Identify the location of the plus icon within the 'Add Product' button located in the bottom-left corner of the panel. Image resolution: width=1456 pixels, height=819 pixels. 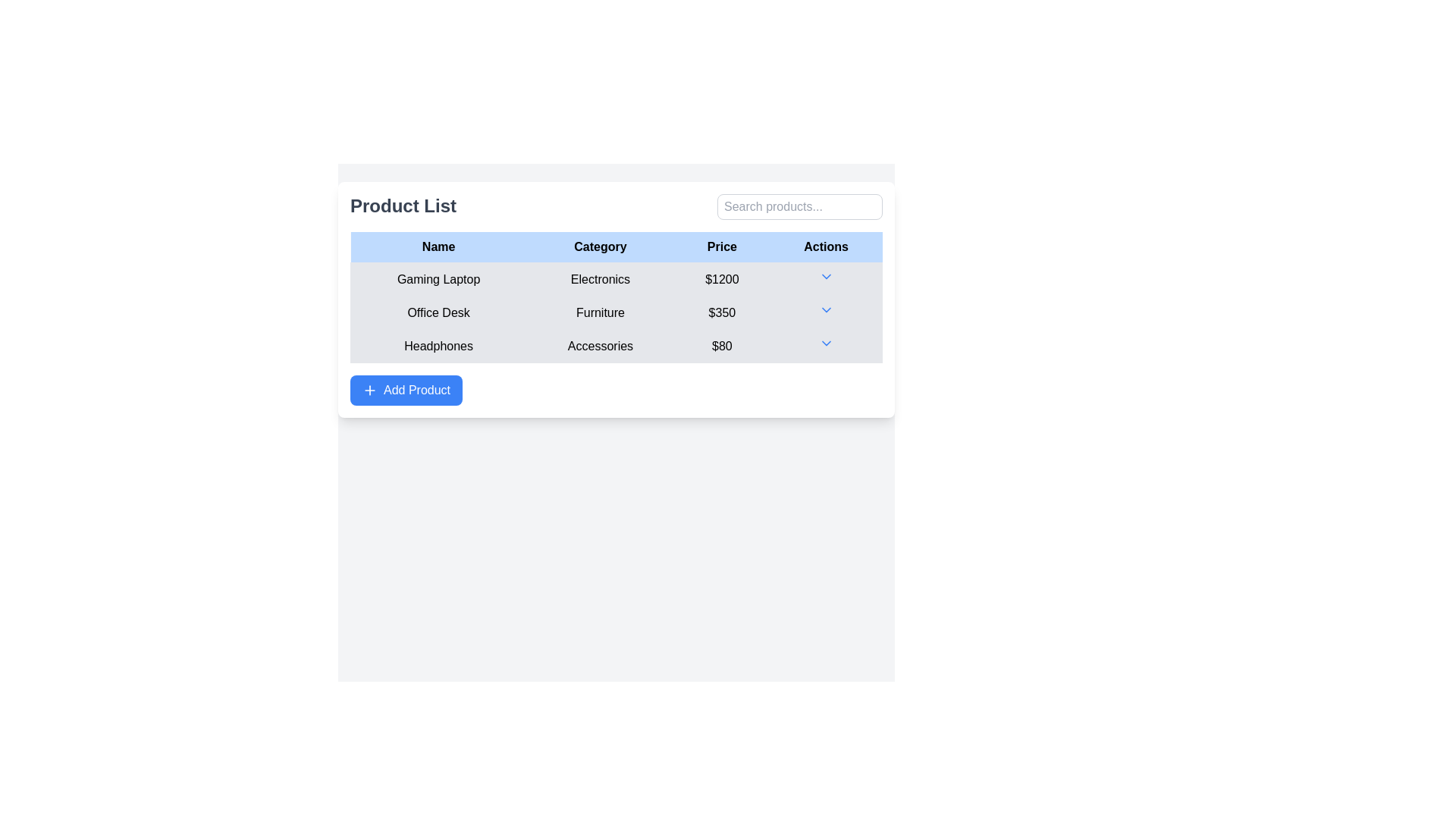
(370, 390).